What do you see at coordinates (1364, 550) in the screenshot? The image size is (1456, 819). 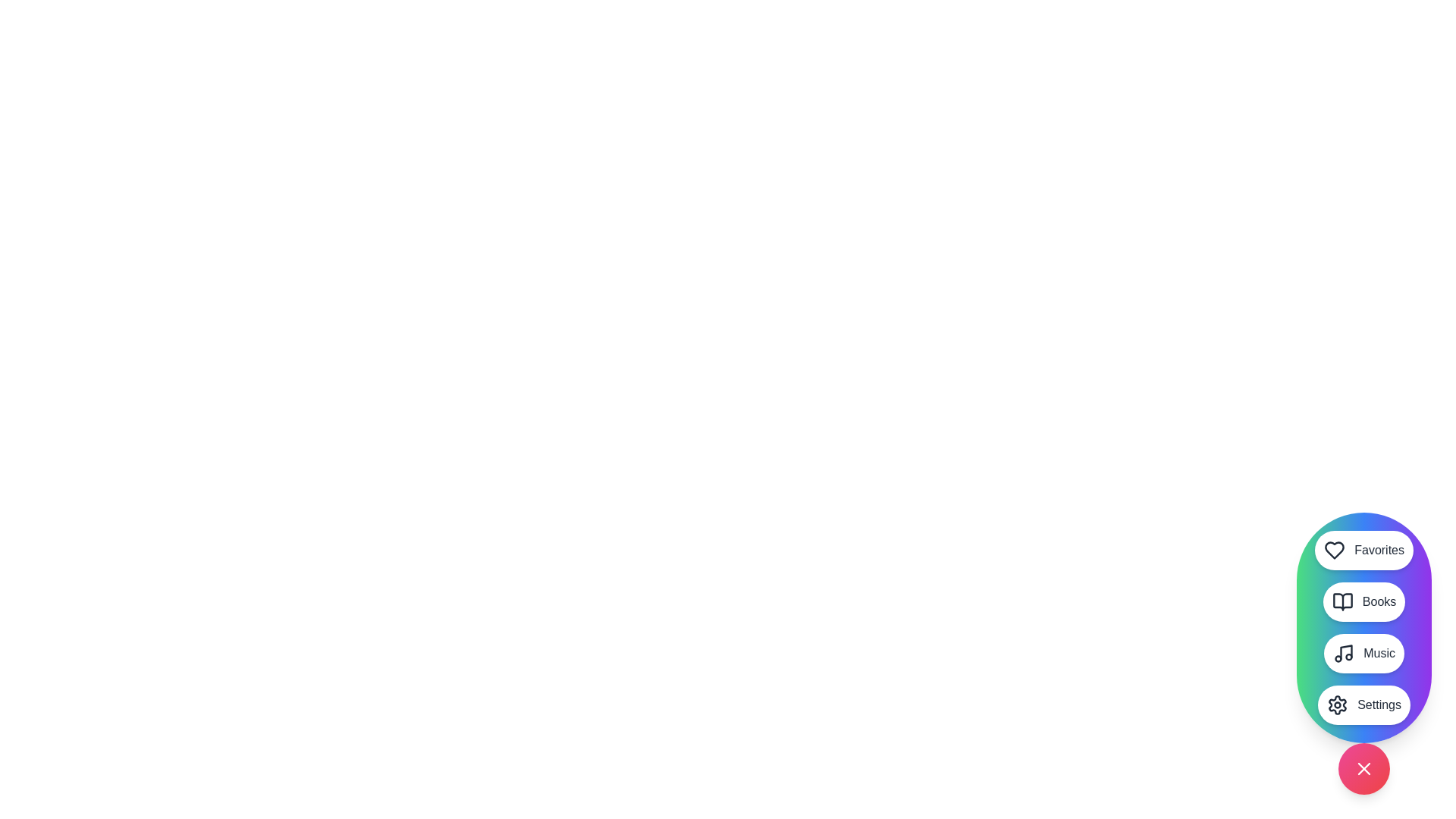 I see `the menu option Favorites to perform its associated action` at bounding box center [1364, 550].